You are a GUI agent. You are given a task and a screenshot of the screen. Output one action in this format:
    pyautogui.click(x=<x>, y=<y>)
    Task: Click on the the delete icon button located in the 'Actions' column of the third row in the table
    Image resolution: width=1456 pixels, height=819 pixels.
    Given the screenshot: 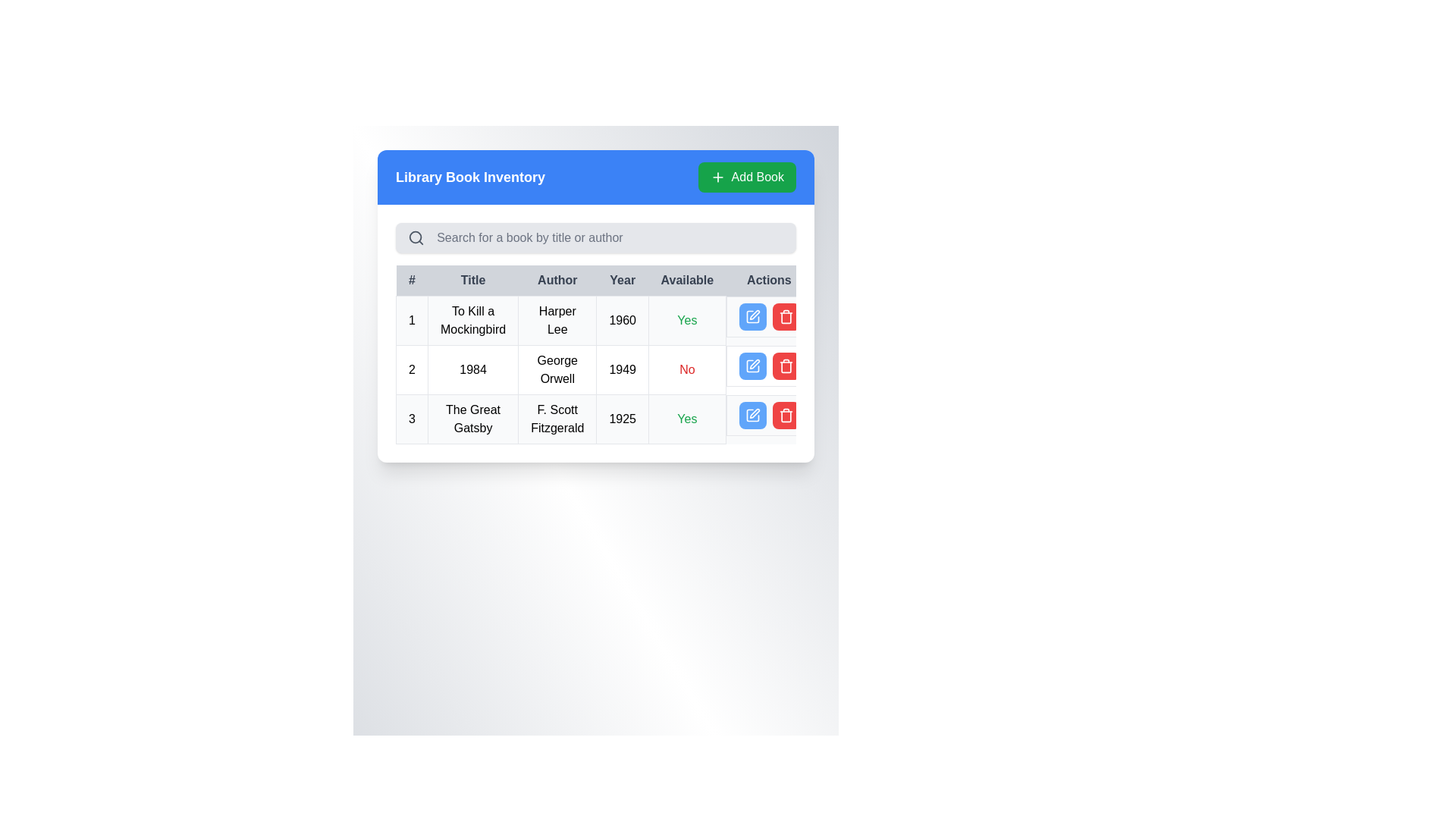 What is the action you would take?
    pyautogui.click(x=786, y=415)
    